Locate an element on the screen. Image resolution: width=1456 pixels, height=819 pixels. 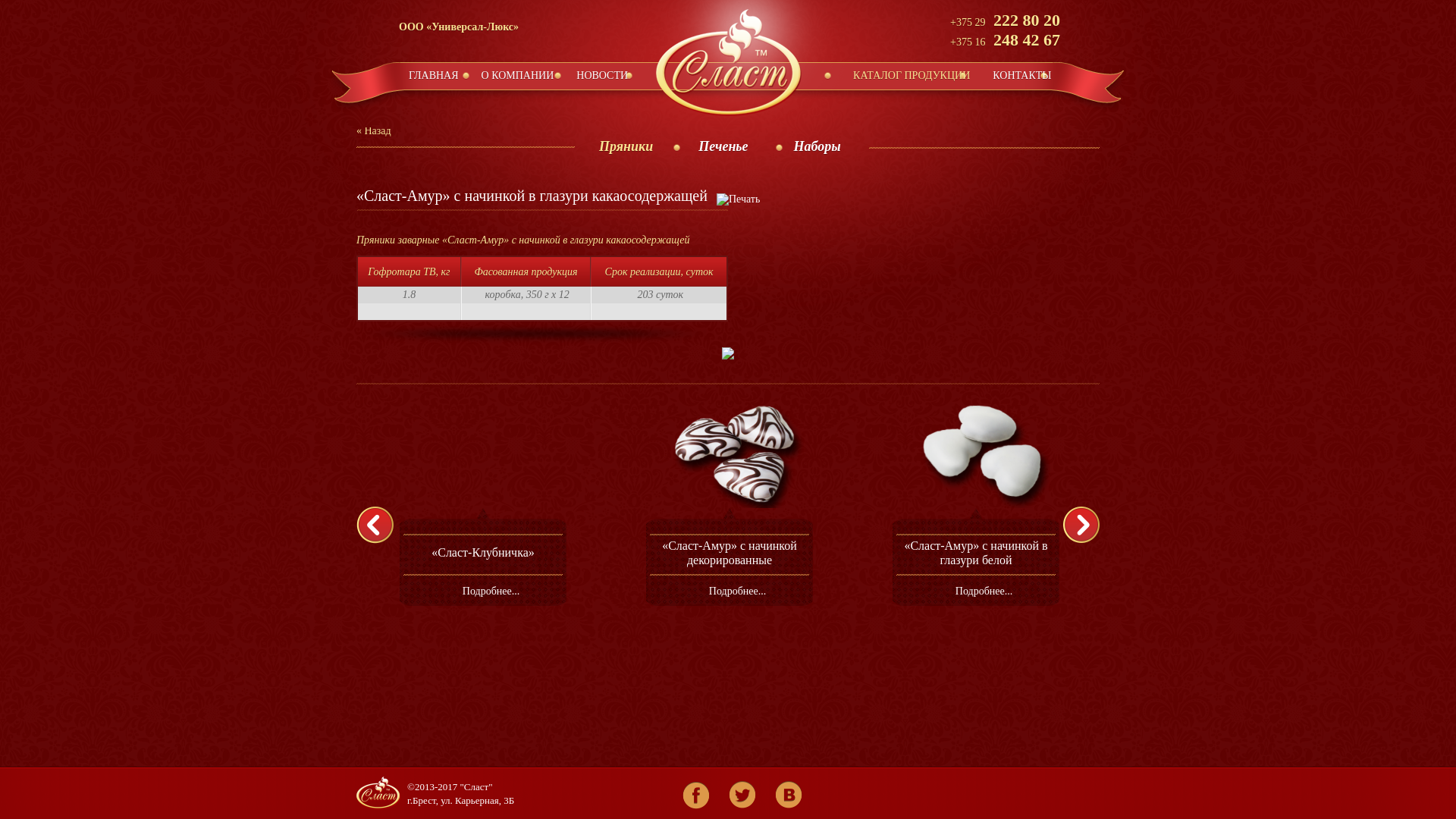
'Next' is located at coordinates (1086, 524).